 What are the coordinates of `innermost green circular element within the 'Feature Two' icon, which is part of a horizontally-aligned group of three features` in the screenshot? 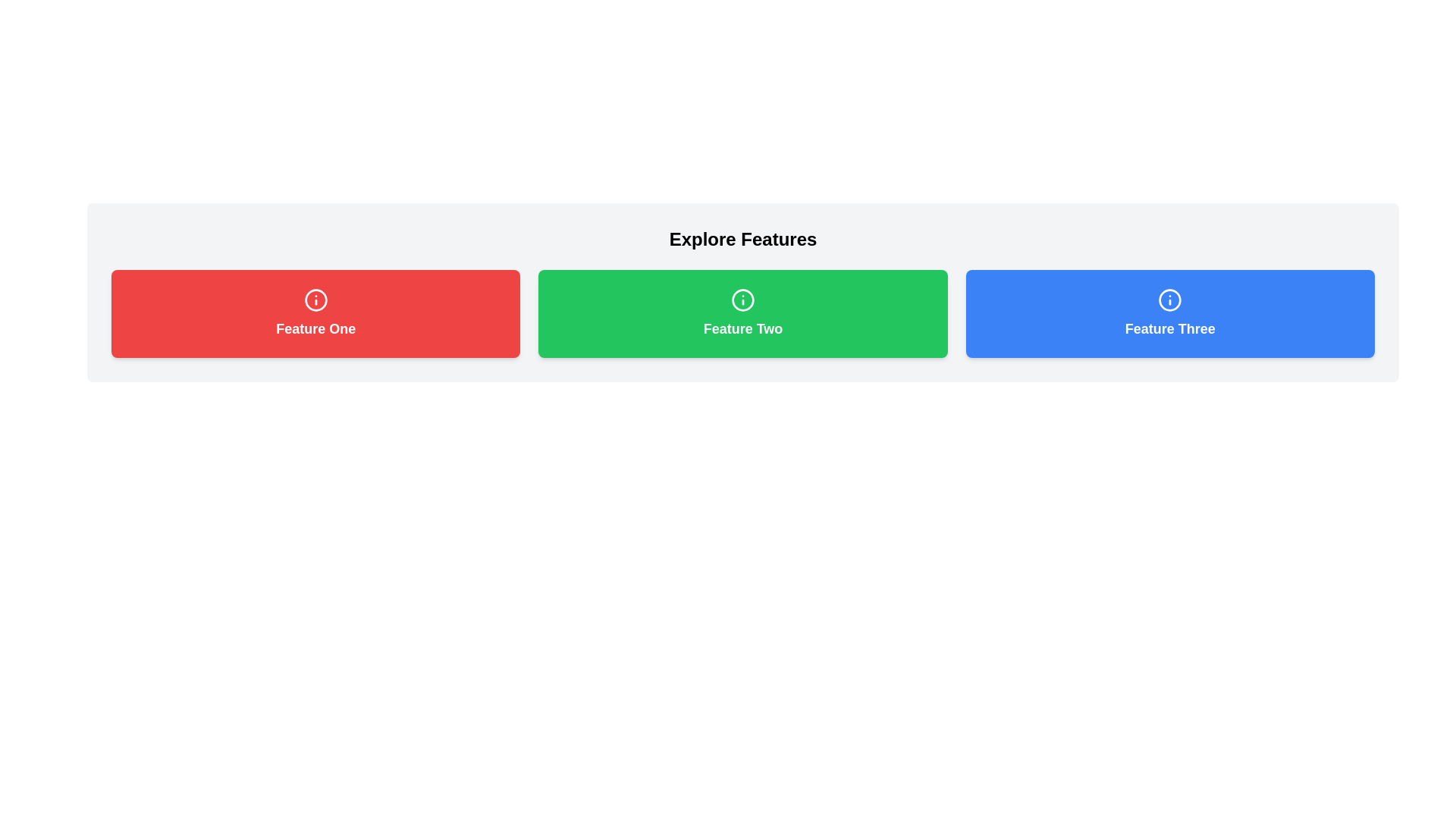 It's located at (742, 300).